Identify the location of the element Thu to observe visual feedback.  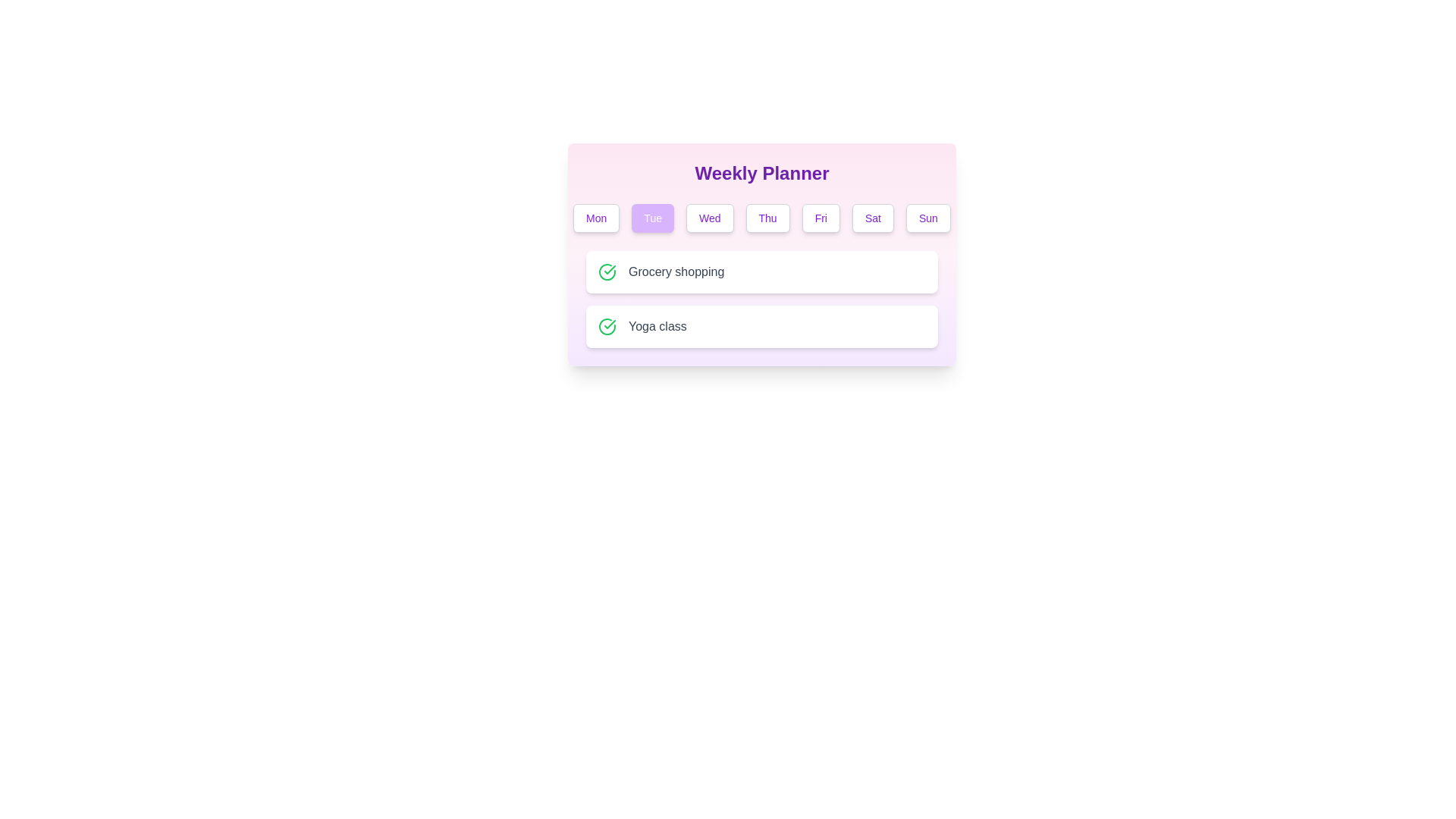
(767, 218).